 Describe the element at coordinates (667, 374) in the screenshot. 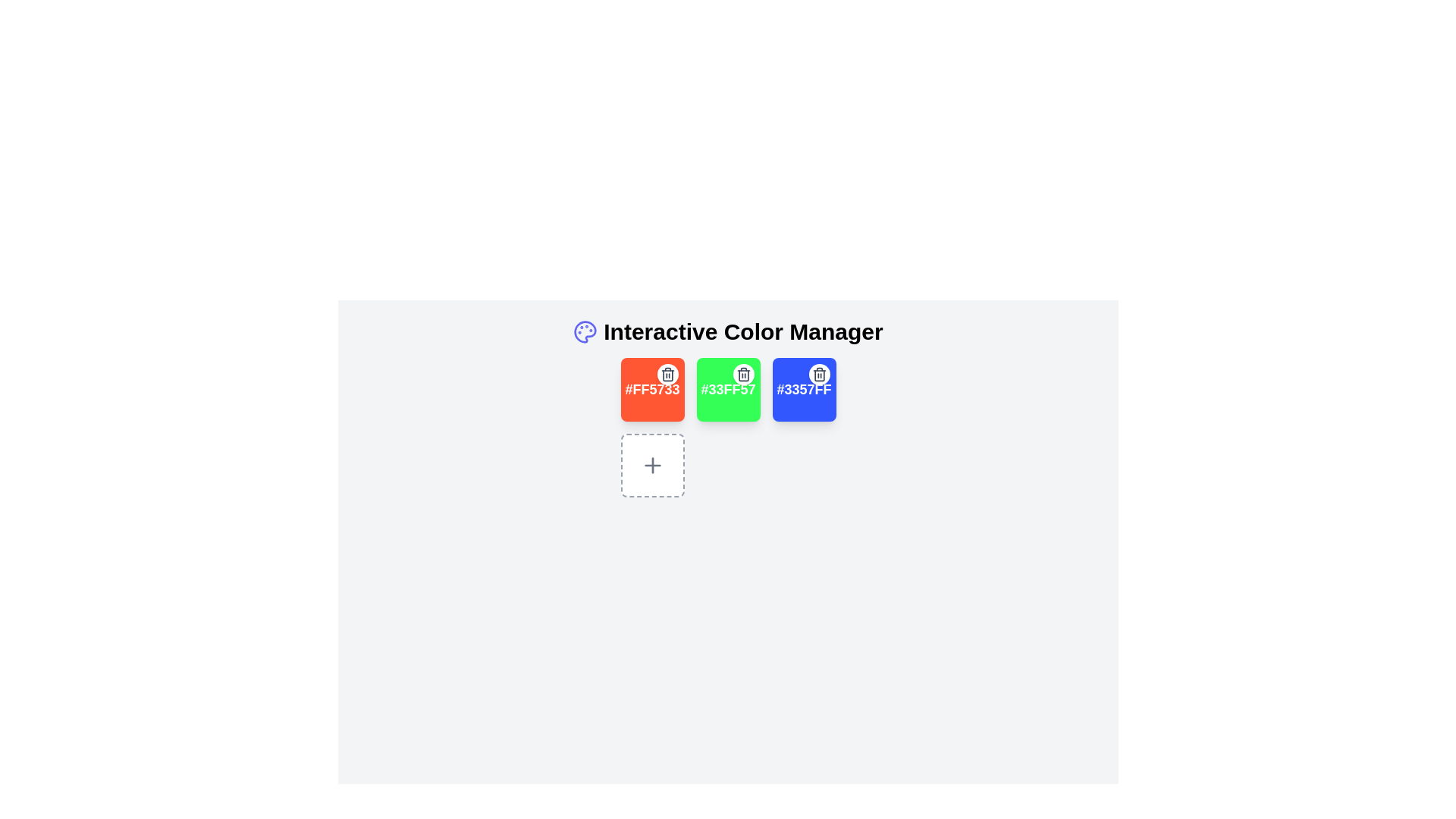

I see `the delete icon button located in the top-right corner of the green color card` at that location.